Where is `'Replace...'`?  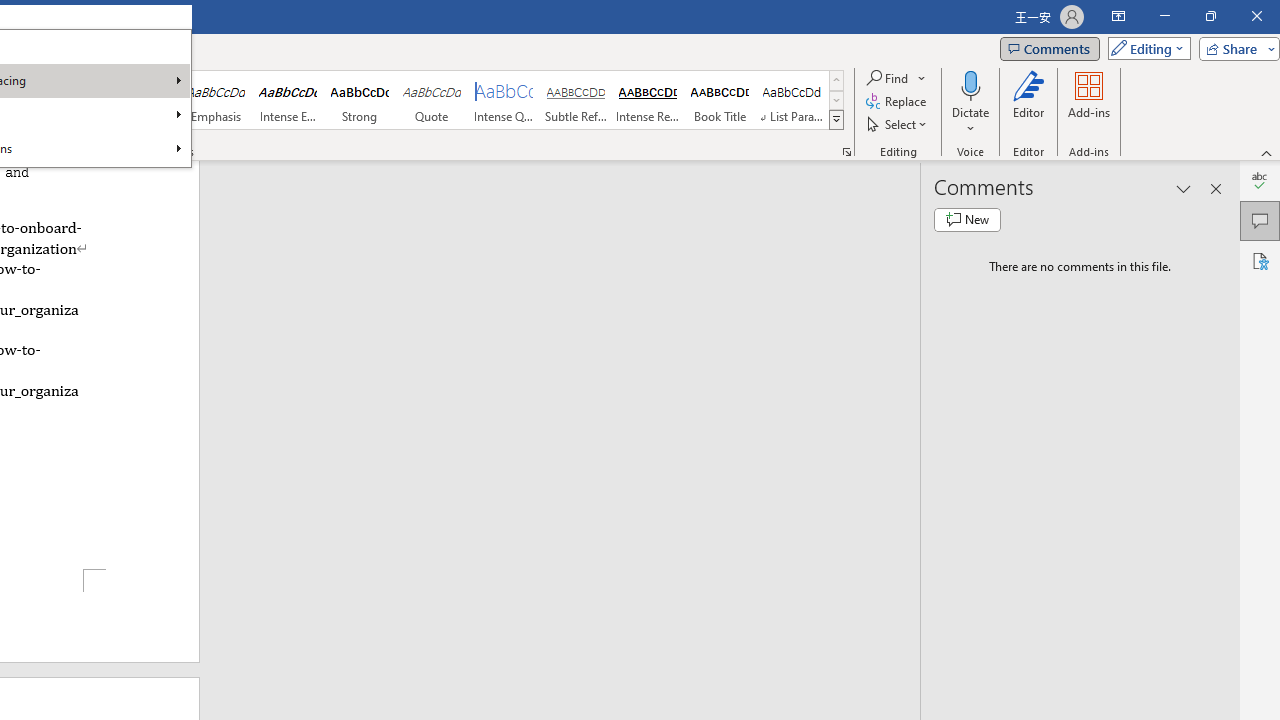 'Replace...' is located at coordinates (896, 101).